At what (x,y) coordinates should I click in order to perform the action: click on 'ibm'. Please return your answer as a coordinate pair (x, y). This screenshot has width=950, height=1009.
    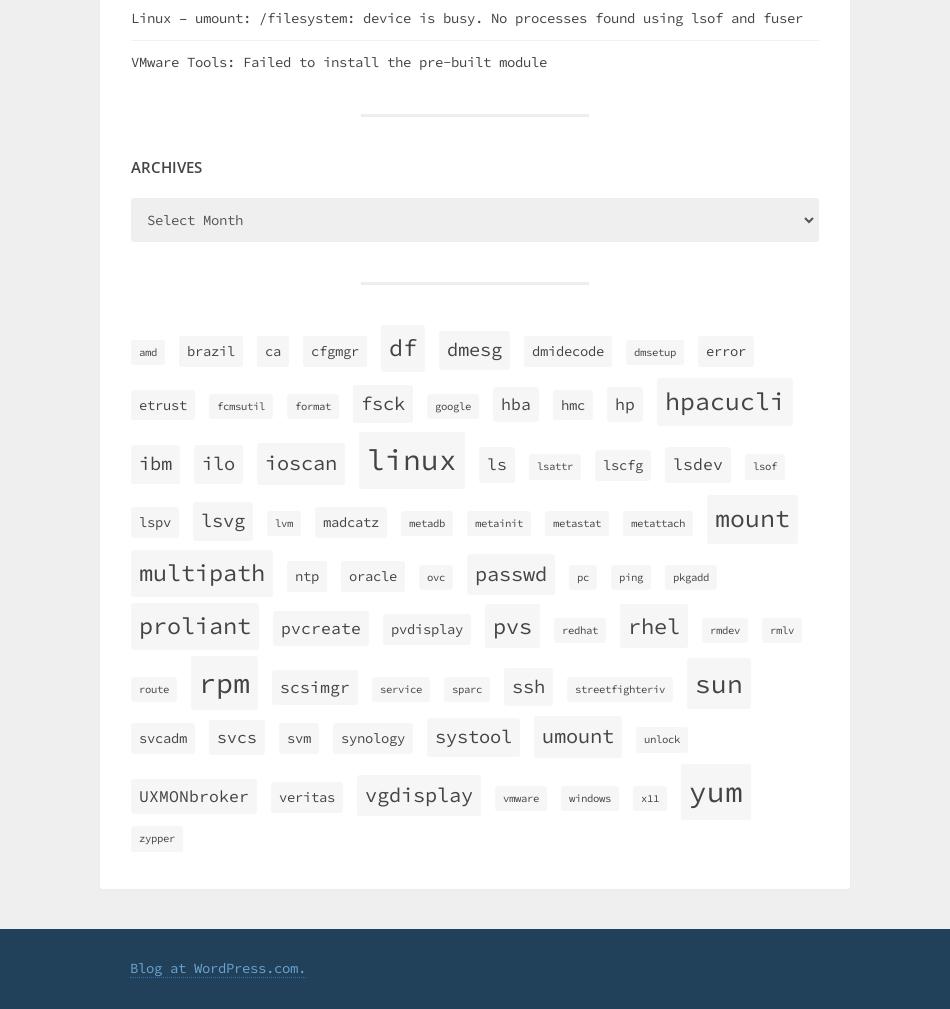
    Looking at the image, I should click on (155, 462).